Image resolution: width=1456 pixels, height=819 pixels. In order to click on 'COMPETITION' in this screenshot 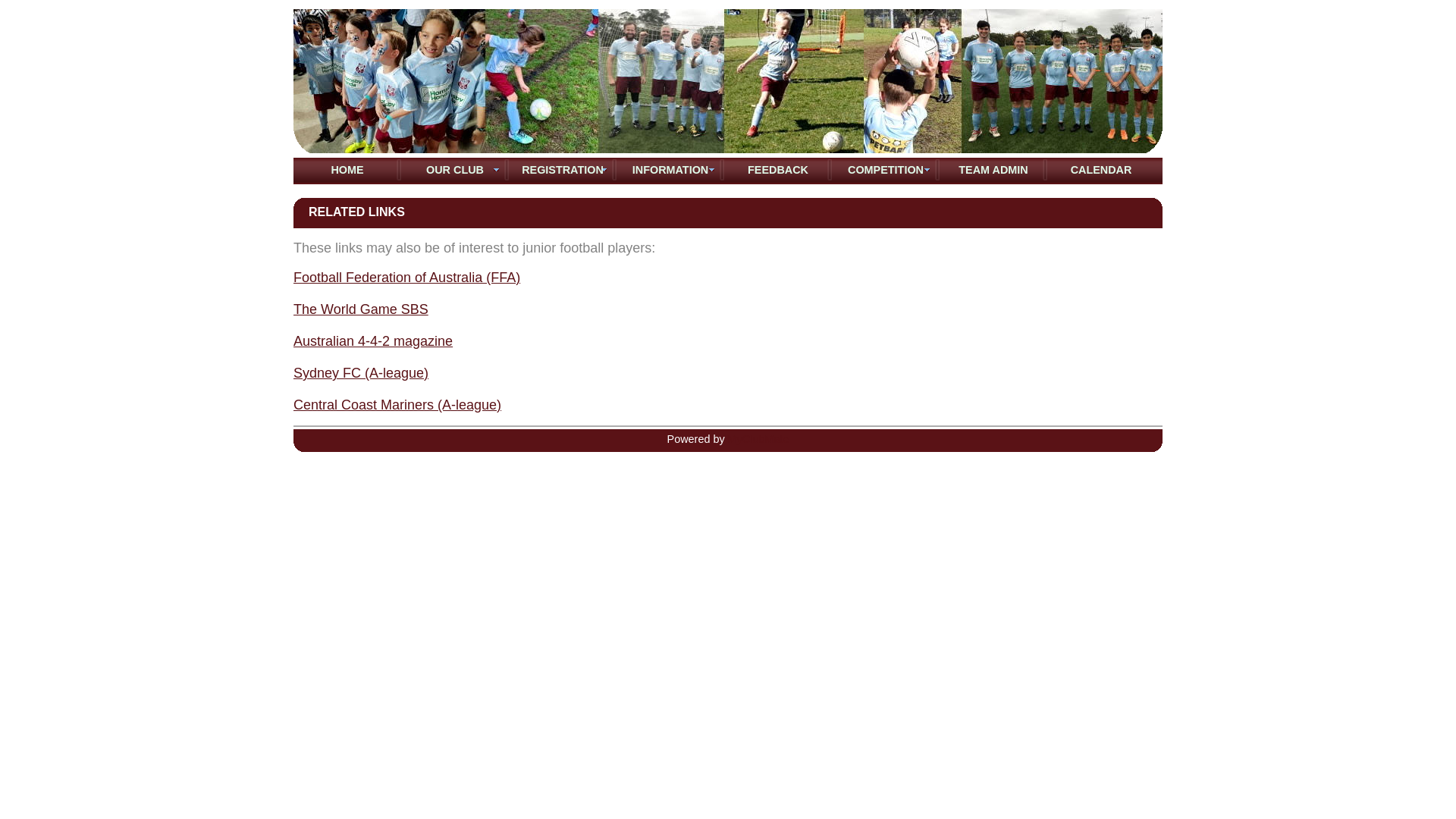, I will do `click(831, 169)`.